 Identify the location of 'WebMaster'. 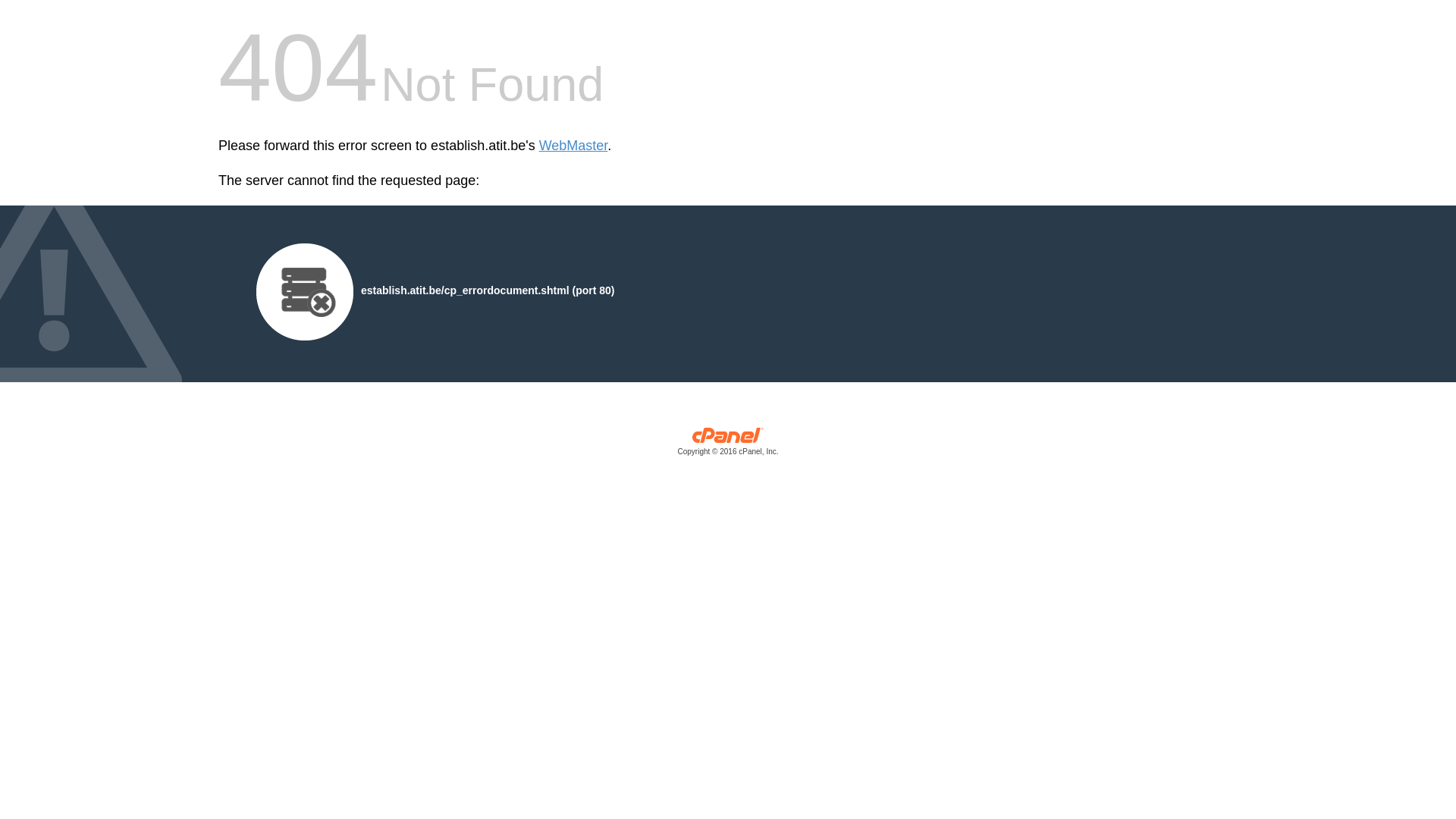
(573, 146).